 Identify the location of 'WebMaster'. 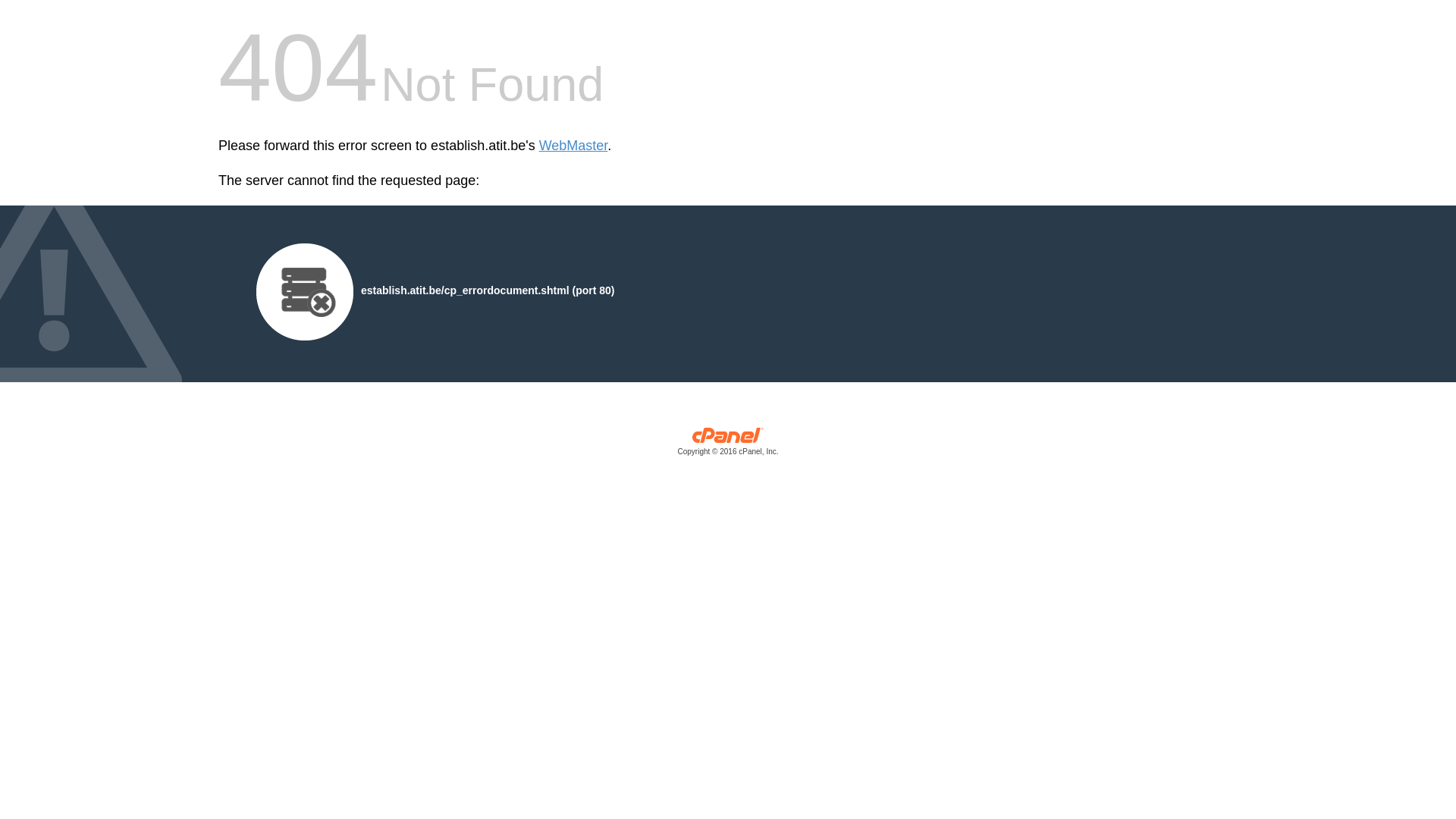
(573, 146).